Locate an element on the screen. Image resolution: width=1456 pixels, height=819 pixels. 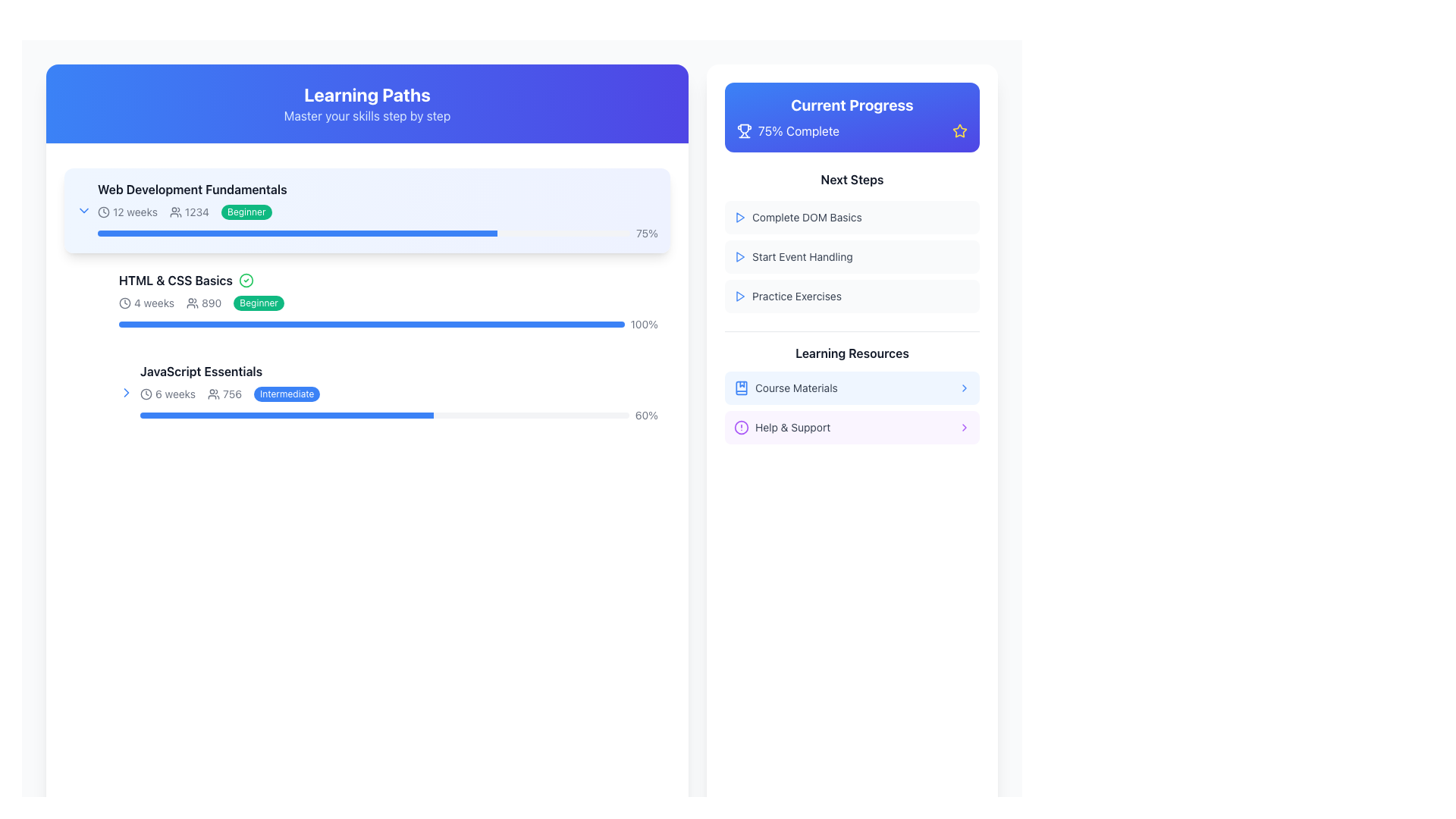
the help and support icon located in the Learning Resources section, to the left of the 'Help & Support' label in the sidebar is located at coordinates (742, 427).